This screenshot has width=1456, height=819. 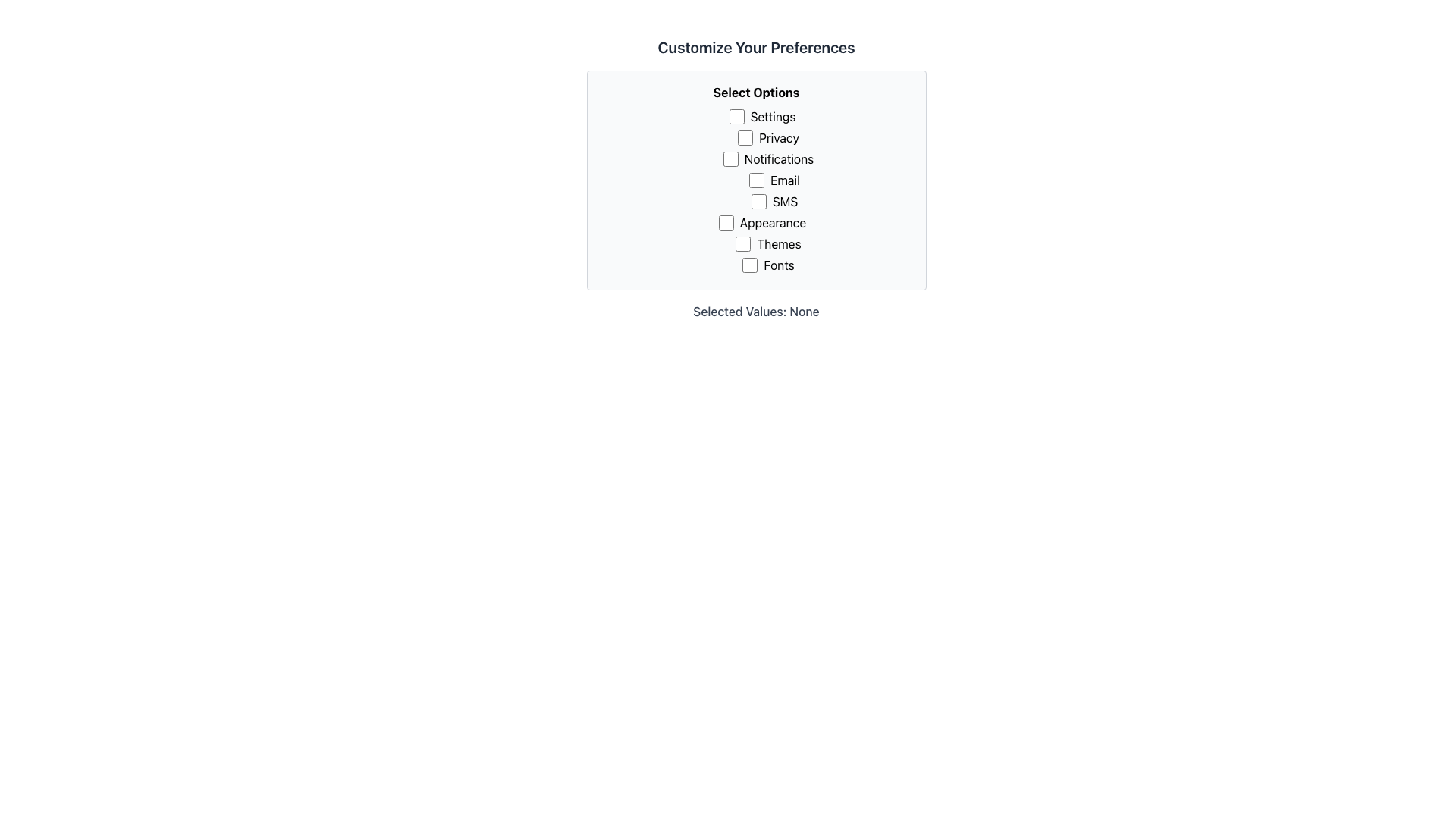 What do you see at coordinates (745, 137) in the screenshot?
I see `the checkbox for 'Privacy', which is the second item` at bounding box center [745, 137].